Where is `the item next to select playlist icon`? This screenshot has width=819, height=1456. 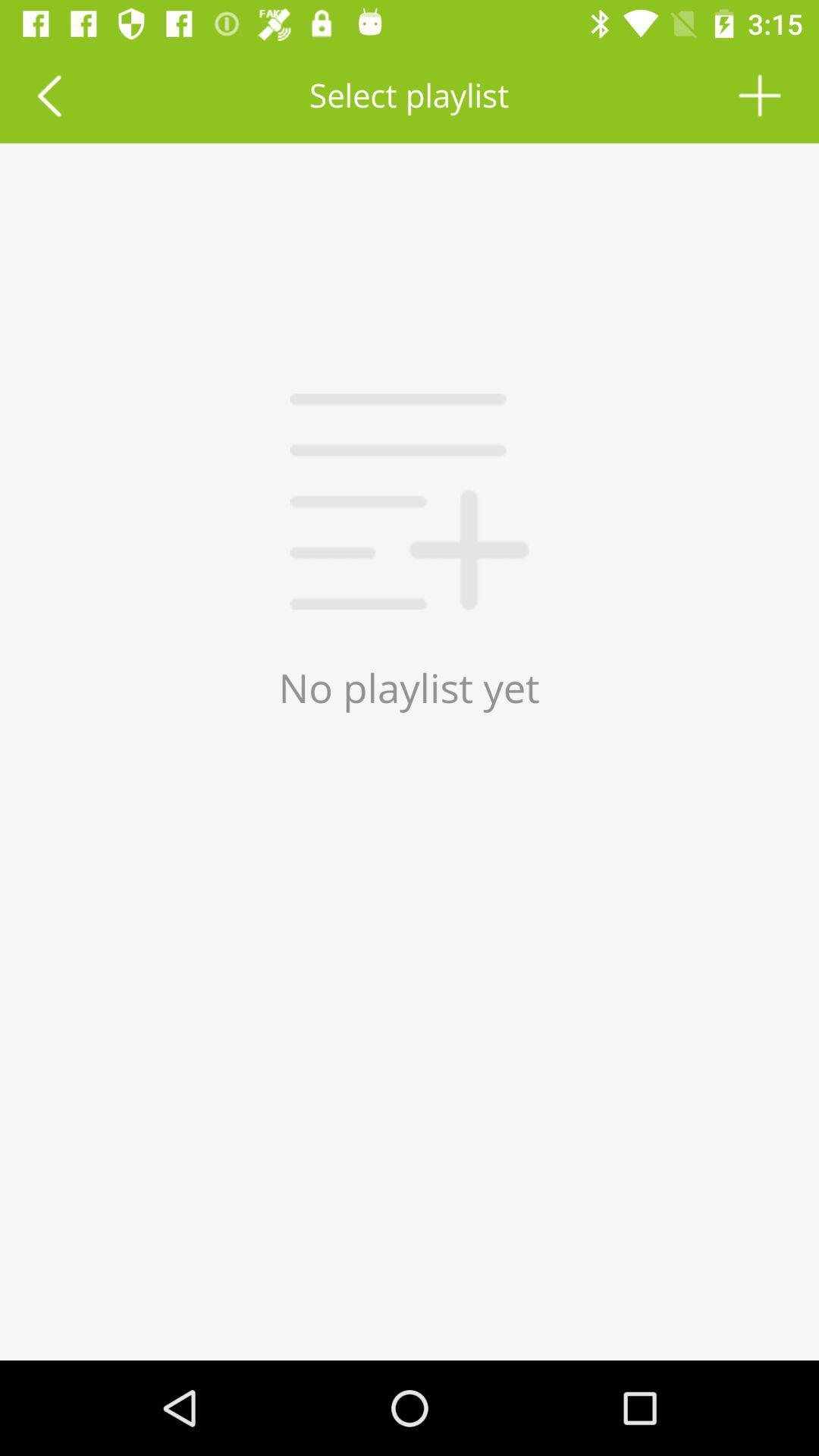
the item next to select playlist icon is located at coordinates (48, 94).